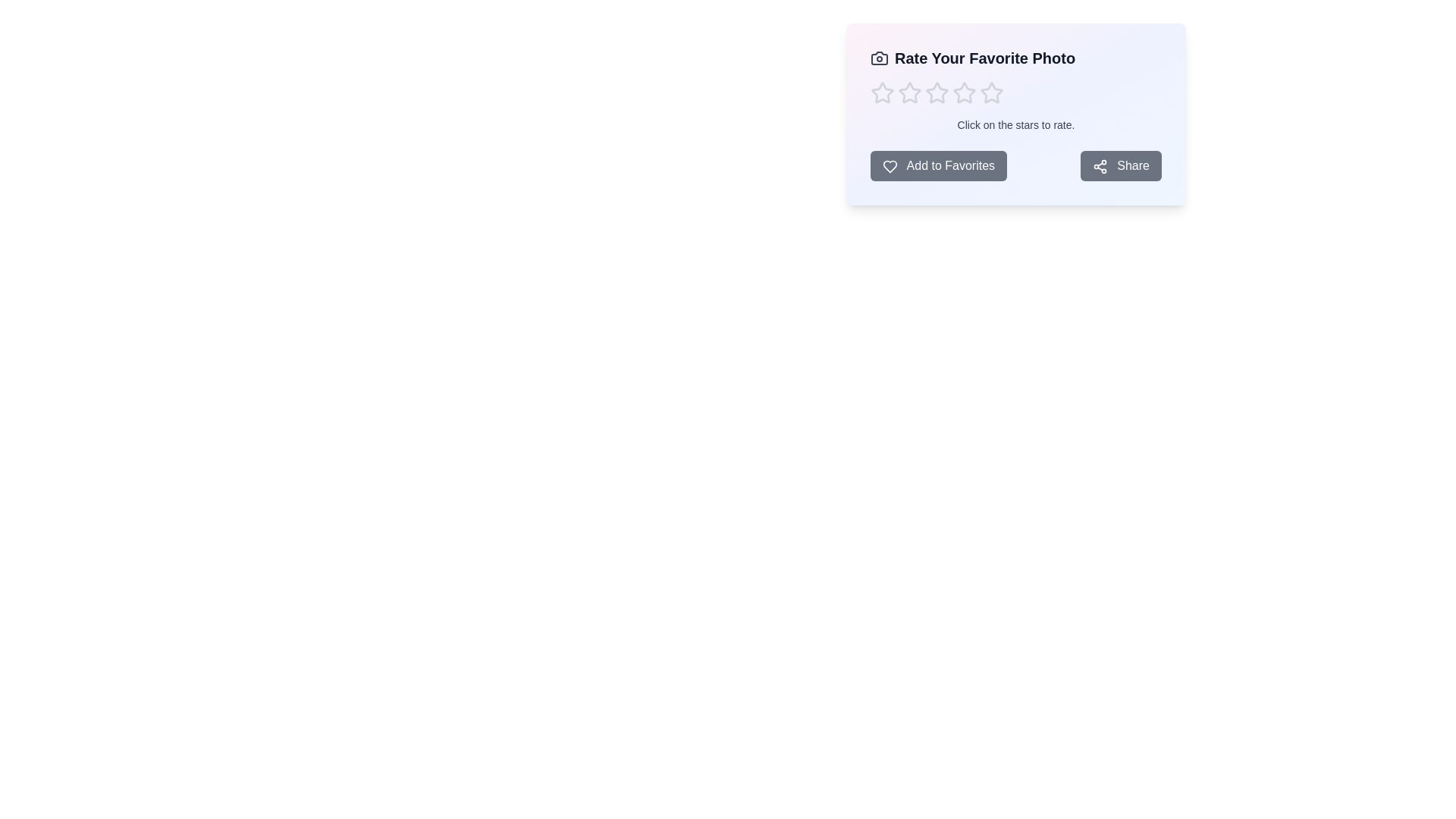  What do you see at coordinates (1015, 93) in the screenshot?
I see `the star in the Rating component located beneath 'Rate Your Favorite Photo'` at bounding box center [1015, 93].